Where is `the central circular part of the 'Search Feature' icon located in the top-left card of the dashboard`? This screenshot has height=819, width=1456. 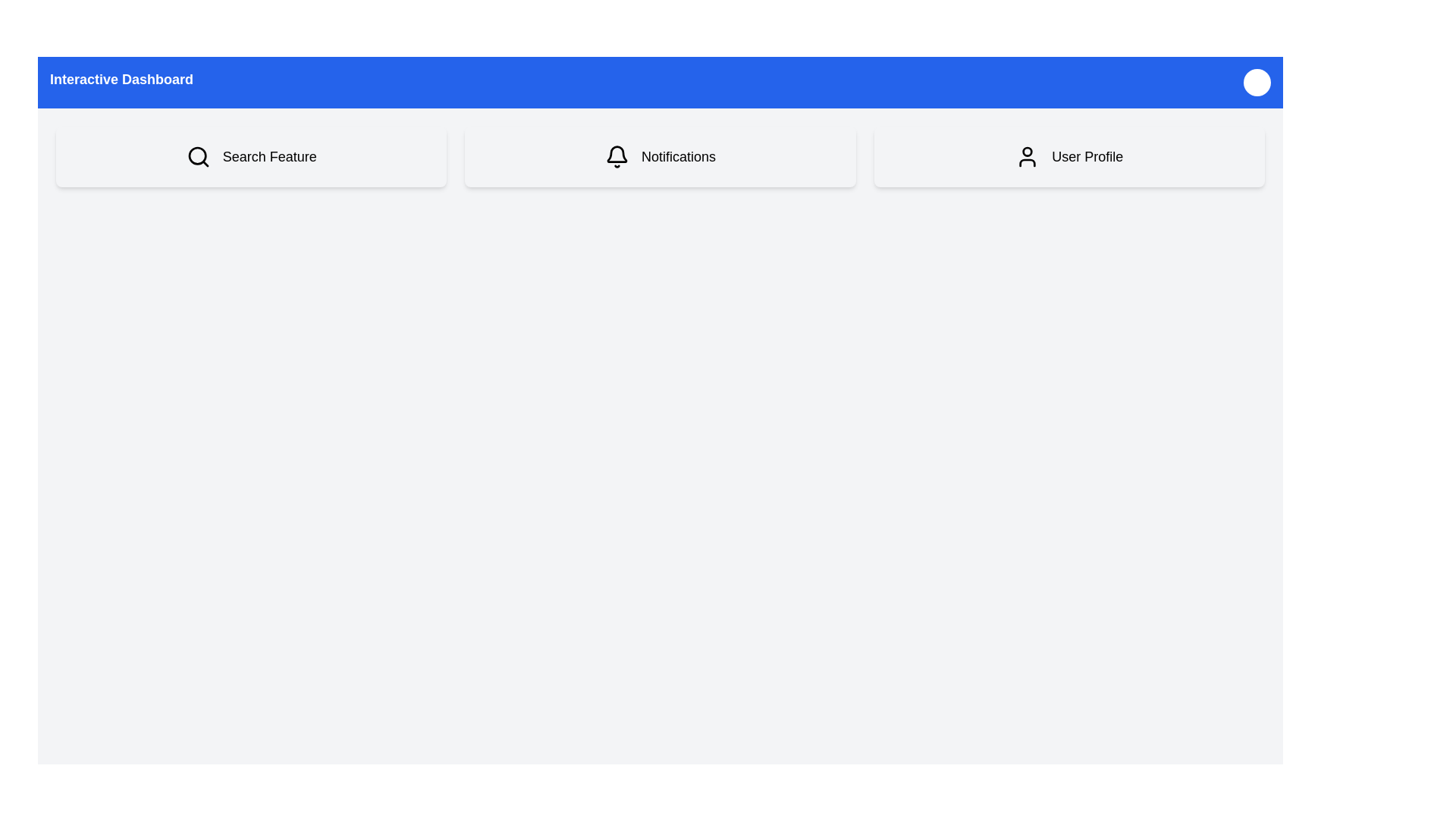
the central circular part of the 'Search Feature' icon located in the top-left card of the dashboard is located at coordinates (196, 155).